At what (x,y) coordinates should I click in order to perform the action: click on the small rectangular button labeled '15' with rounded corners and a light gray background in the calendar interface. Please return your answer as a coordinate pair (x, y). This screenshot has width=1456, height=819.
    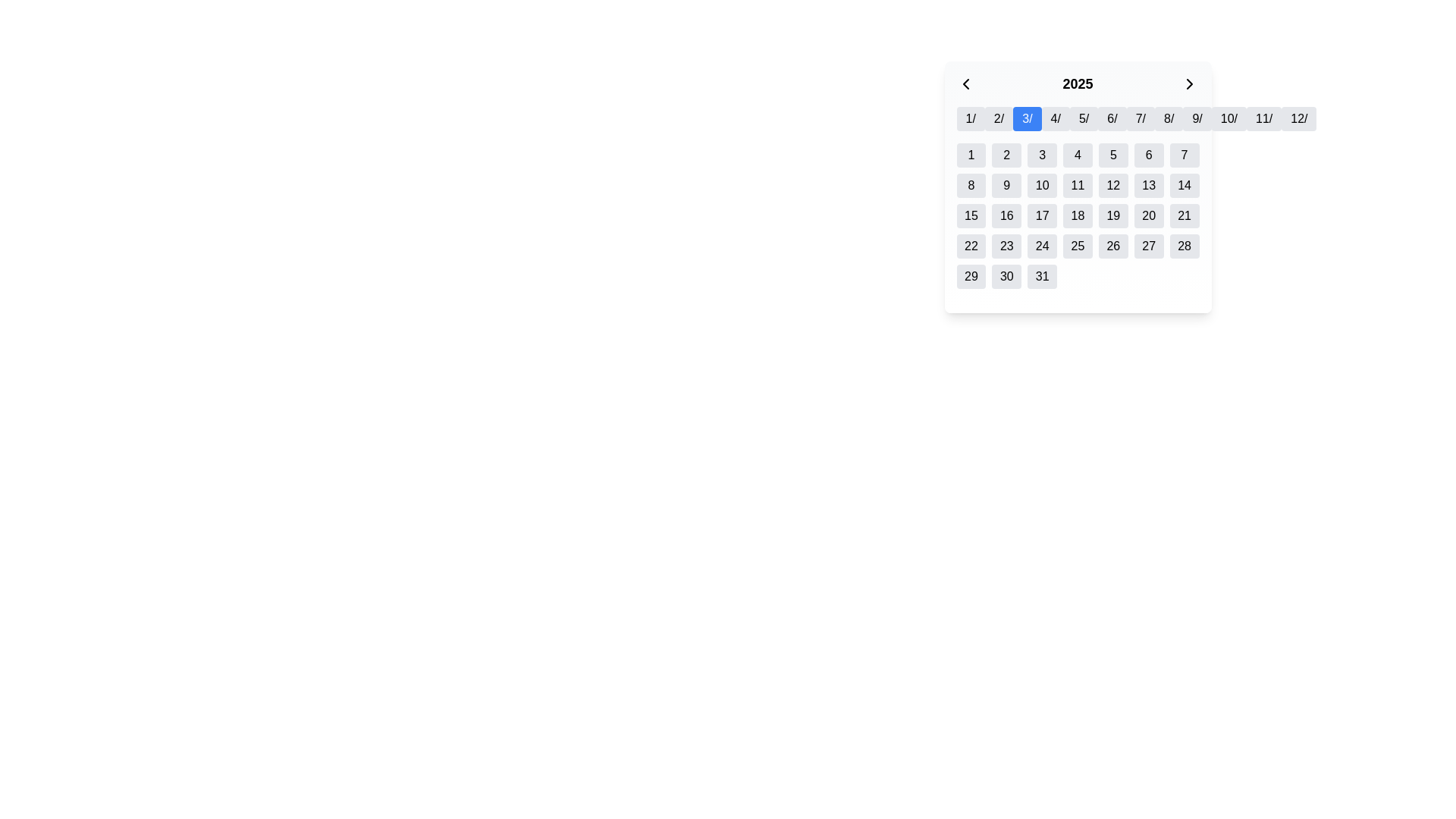
    Looking at the image, I should click on (971, 216).